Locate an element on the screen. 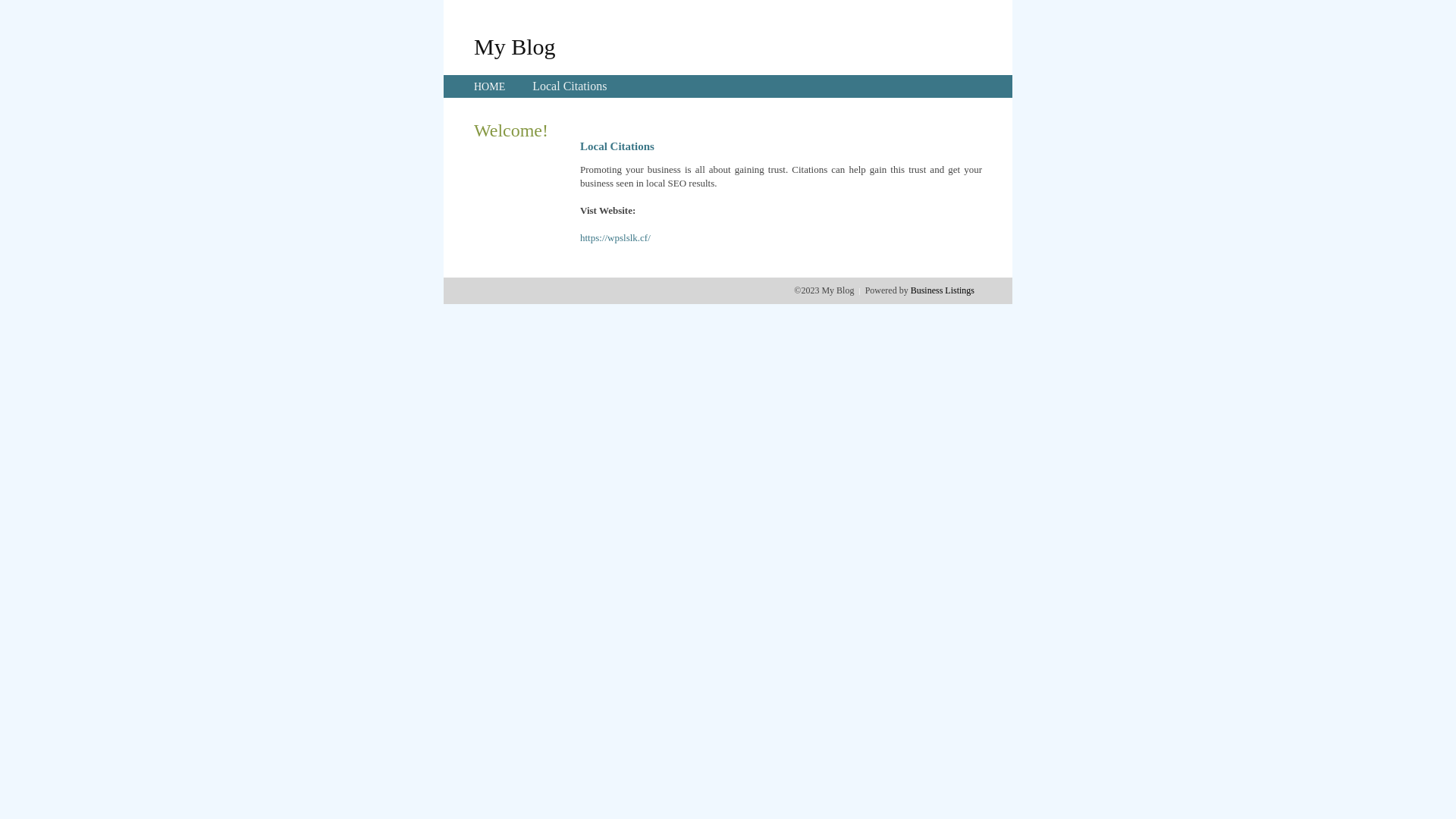 This screenshot has height=819, width=1456. 'Business Listings' is located at coordinates (942, 290).